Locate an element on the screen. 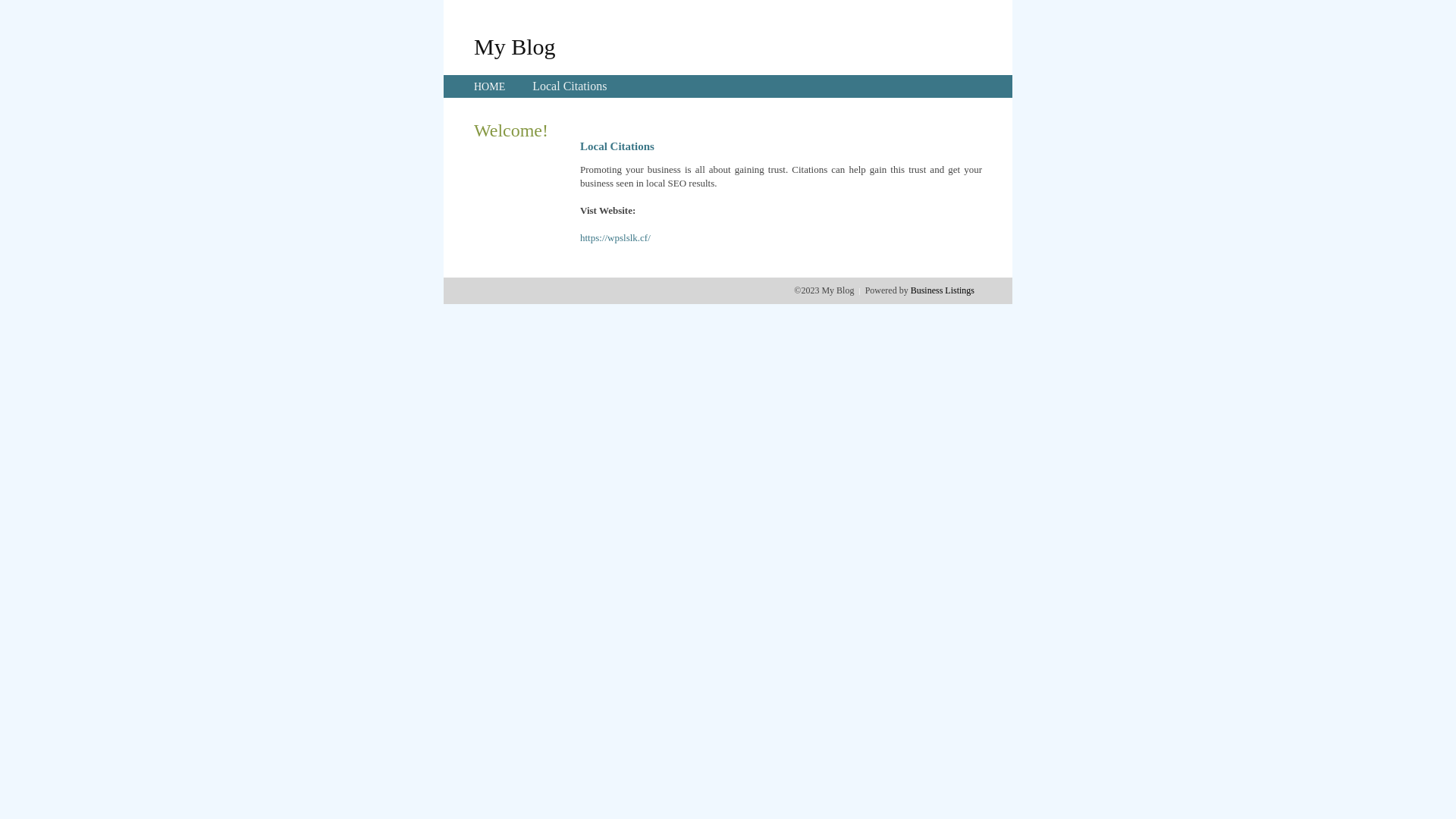 This screenshot has height=819, width=1456. 'Business Listings' is located at coordinates (942, 290).